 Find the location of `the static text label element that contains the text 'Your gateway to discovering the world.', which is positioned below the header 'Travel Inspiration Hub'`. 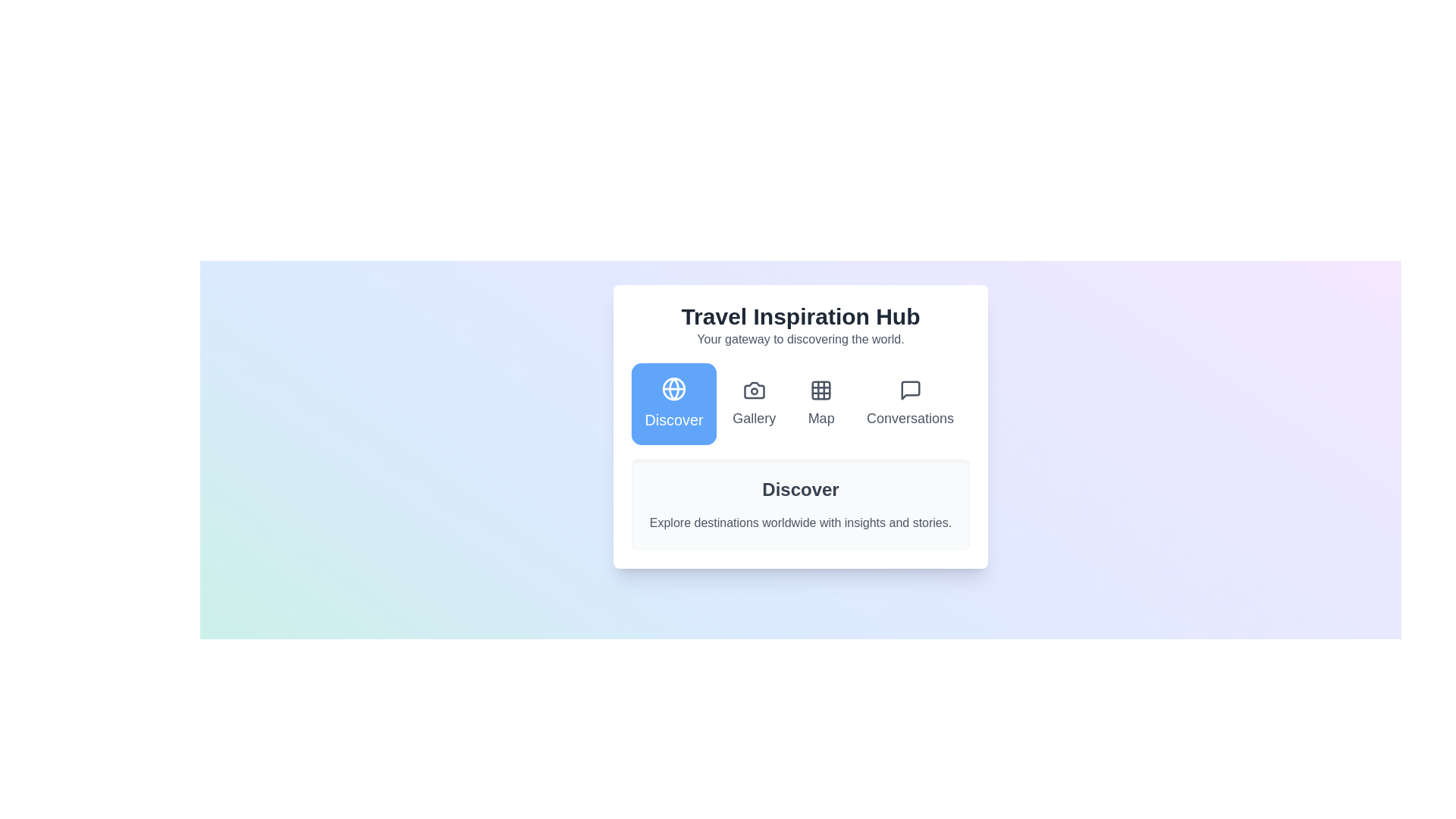

the static text label element that contains the text 'Your gateway to discovering the world.', which is positioned below the header 'Travel Inspiration Hub' is located at coordinates (800, 338).